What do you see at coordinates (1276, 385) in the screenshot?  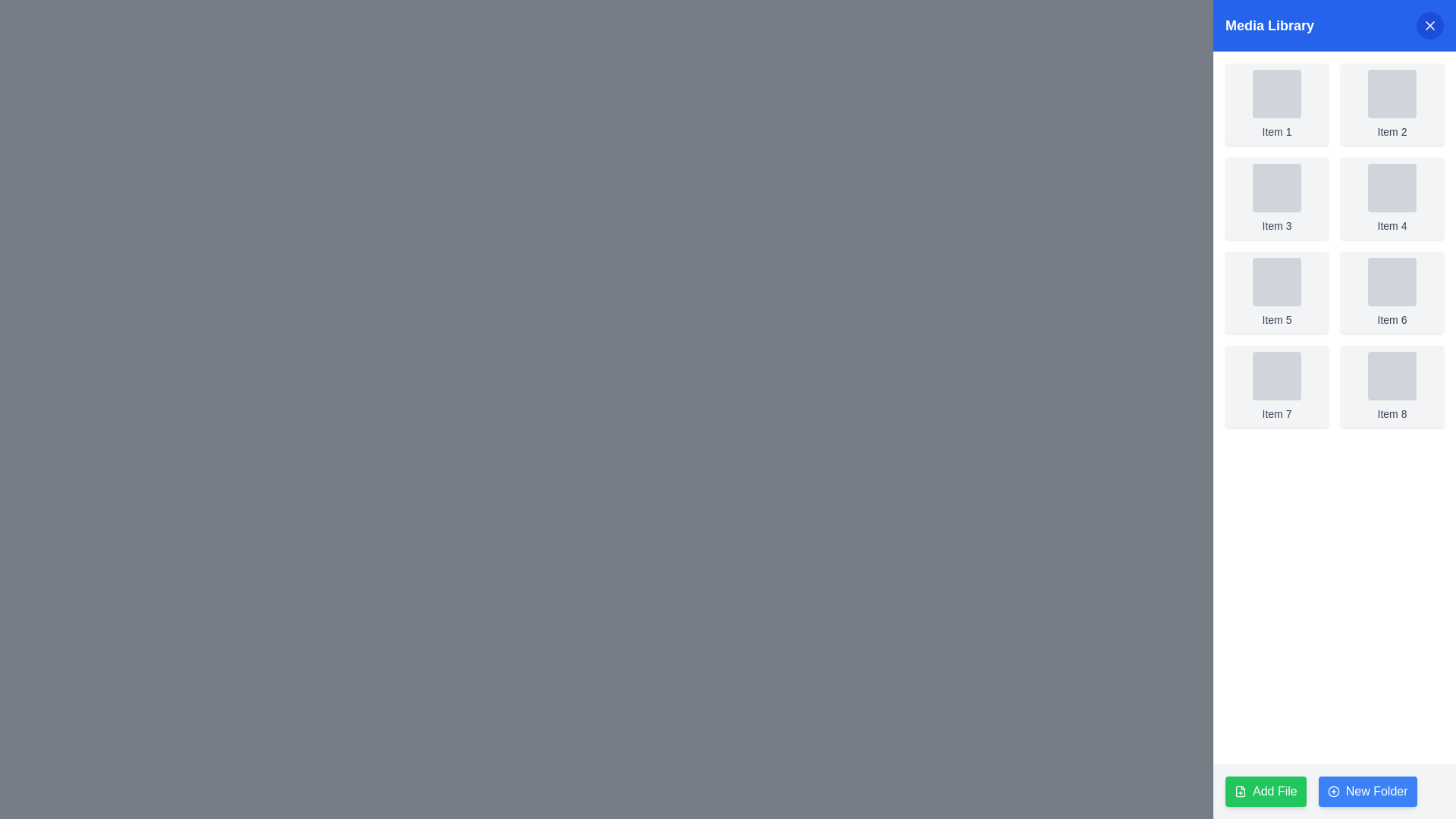 I see `the Card Component representing 'Item 7' located in the fourth row of the grid layout, specifically in the second column` at bounding box center [1276, 385].